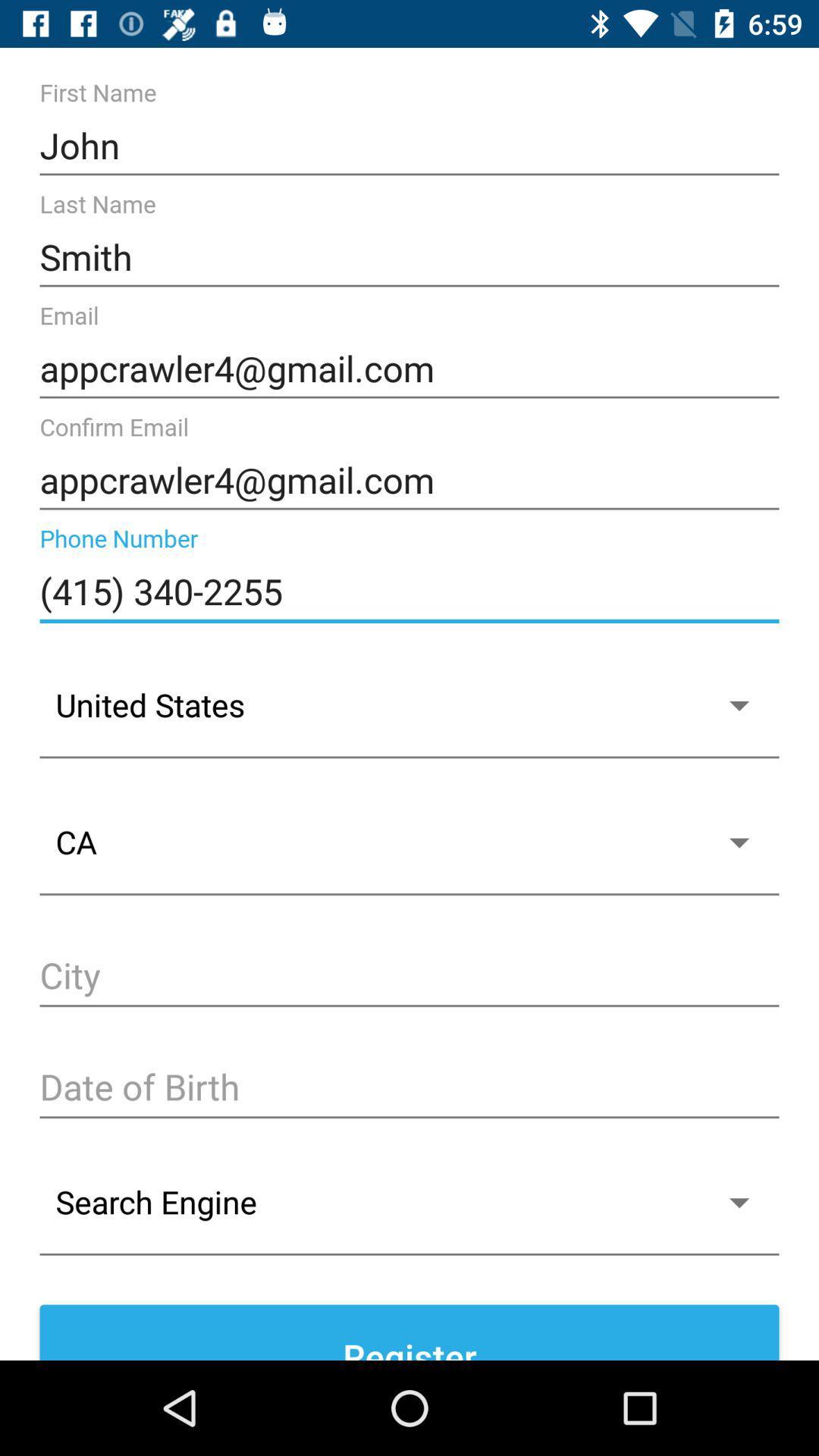 The image size is (819, 1456). Describe the element at coordinates (409, 1088) in the screenshot. I see `fill in date of birth field` at that location.